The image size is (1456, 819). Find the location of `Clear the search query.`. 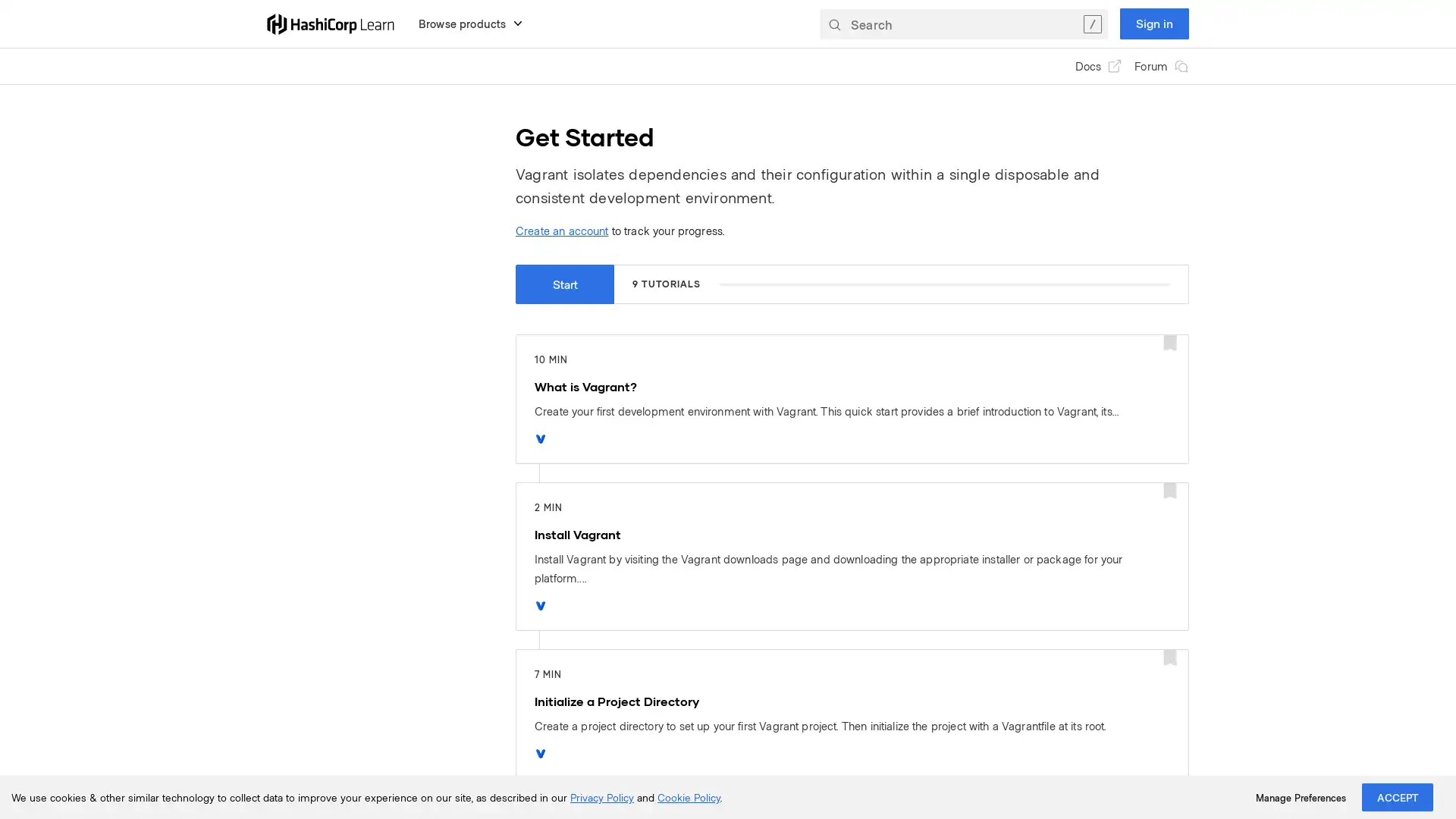

Clear the search query. is located at coordinates (1092, 23).